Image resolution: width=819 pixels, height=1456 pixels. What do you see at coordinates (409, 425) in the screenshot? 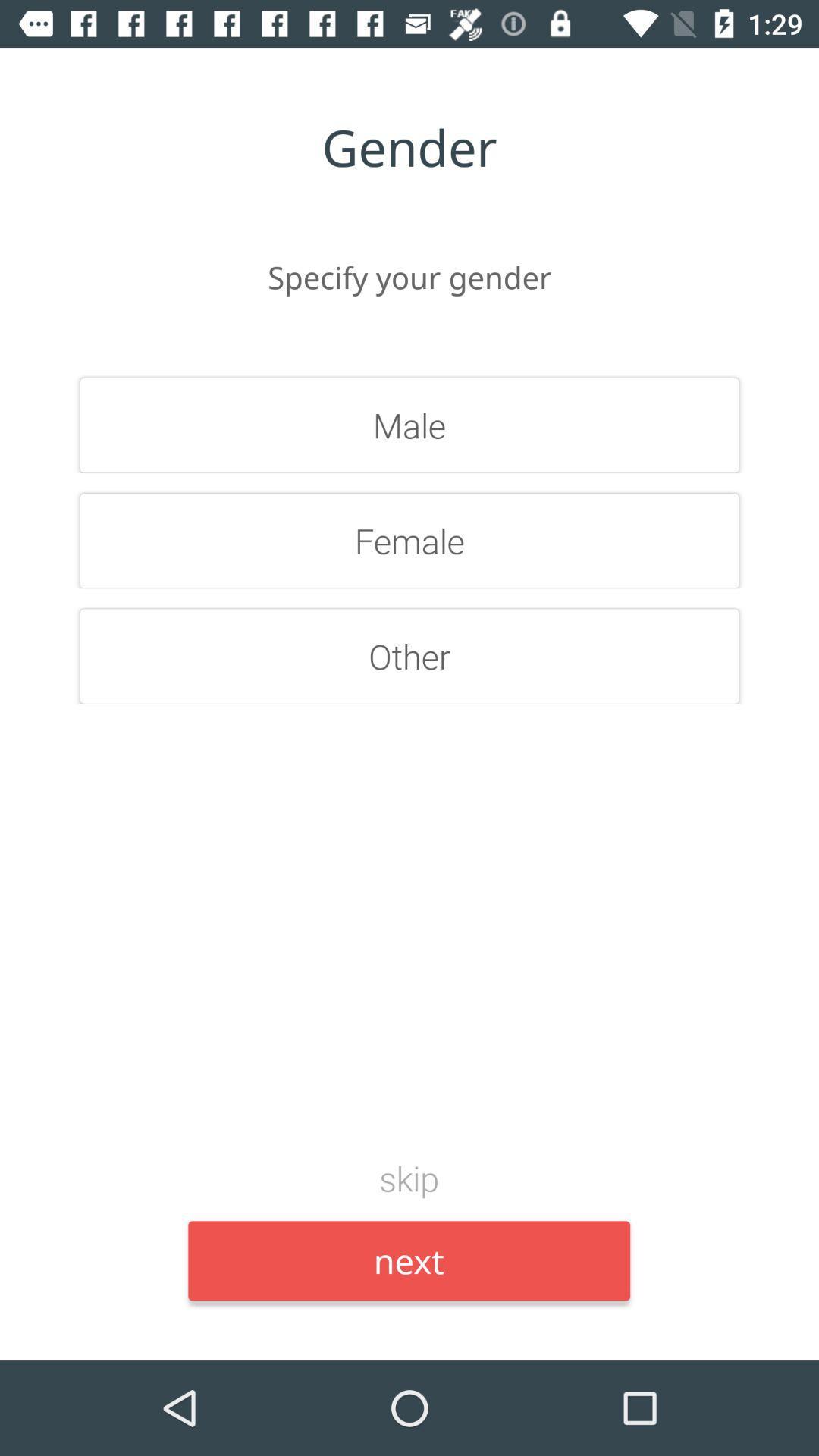
I see `the item below the specify your gender app` at bounding box center [409, 425].